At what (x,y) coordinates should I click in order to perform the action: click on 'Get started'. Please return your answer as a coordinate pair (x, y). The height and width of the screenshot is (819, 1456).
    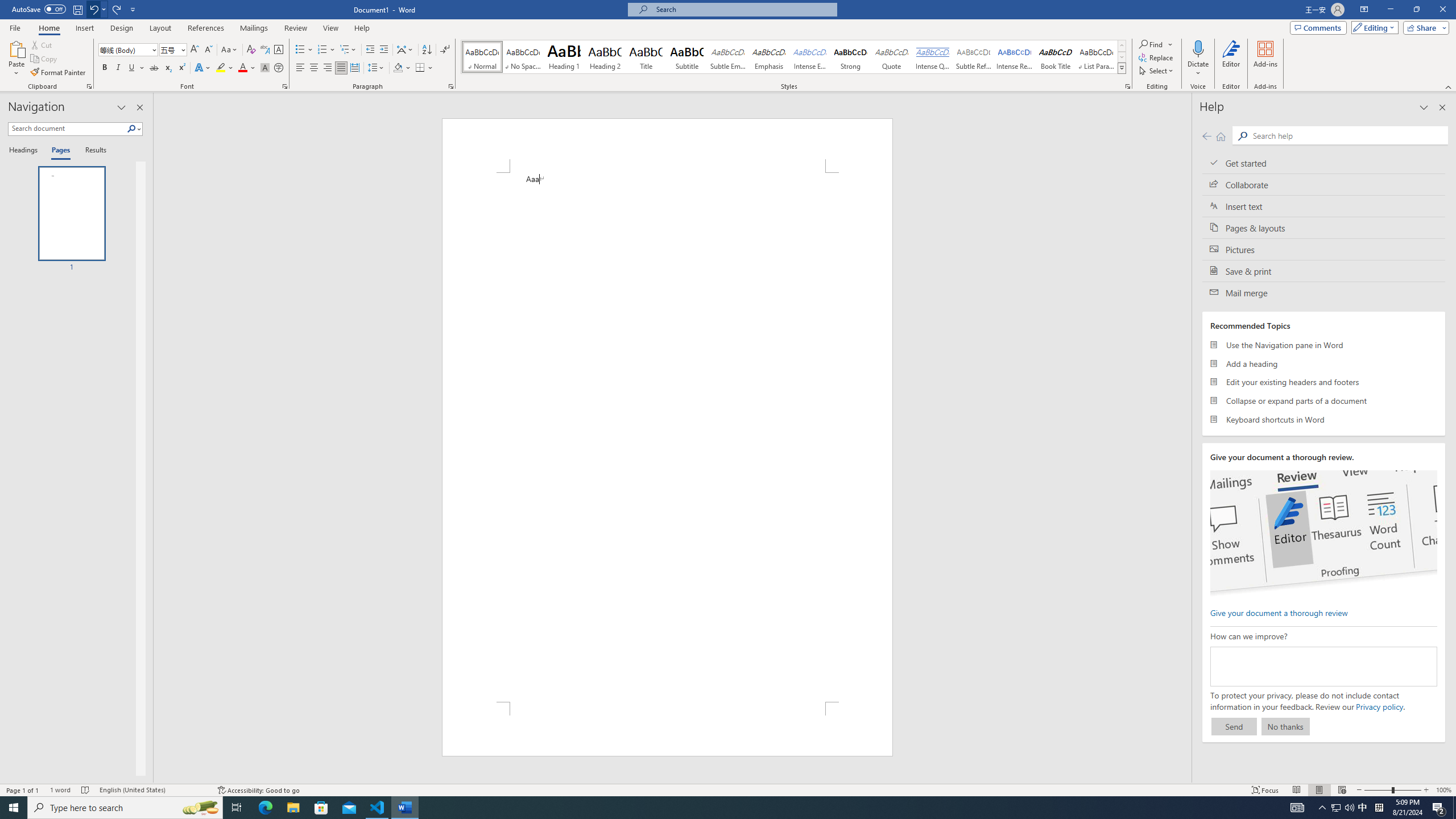
    Looking at the image, I should click on (1323, 163).